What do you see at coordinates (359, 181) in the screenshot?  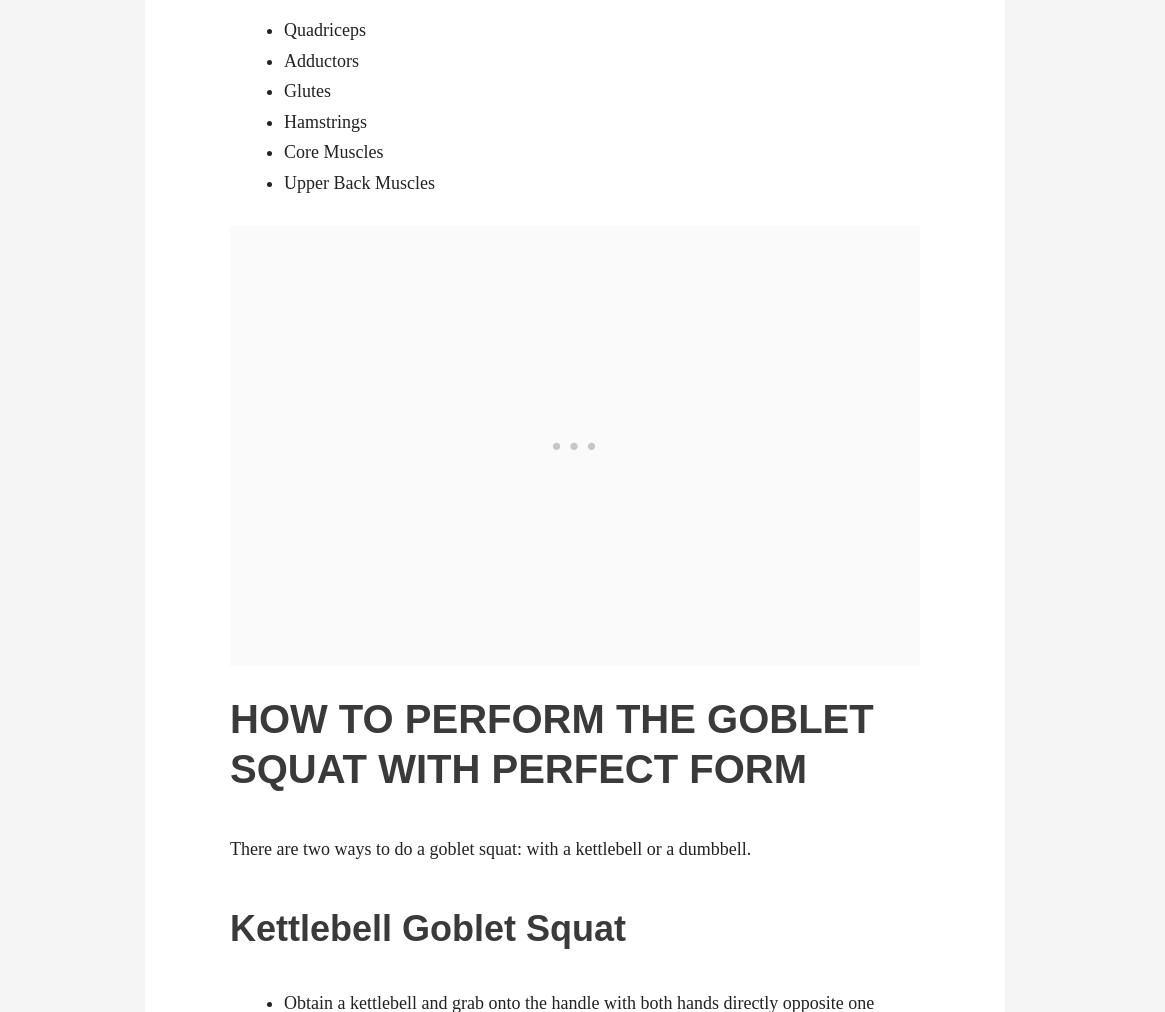 I see `'Upper Back Muscles'` at bounding box center [359, 181].